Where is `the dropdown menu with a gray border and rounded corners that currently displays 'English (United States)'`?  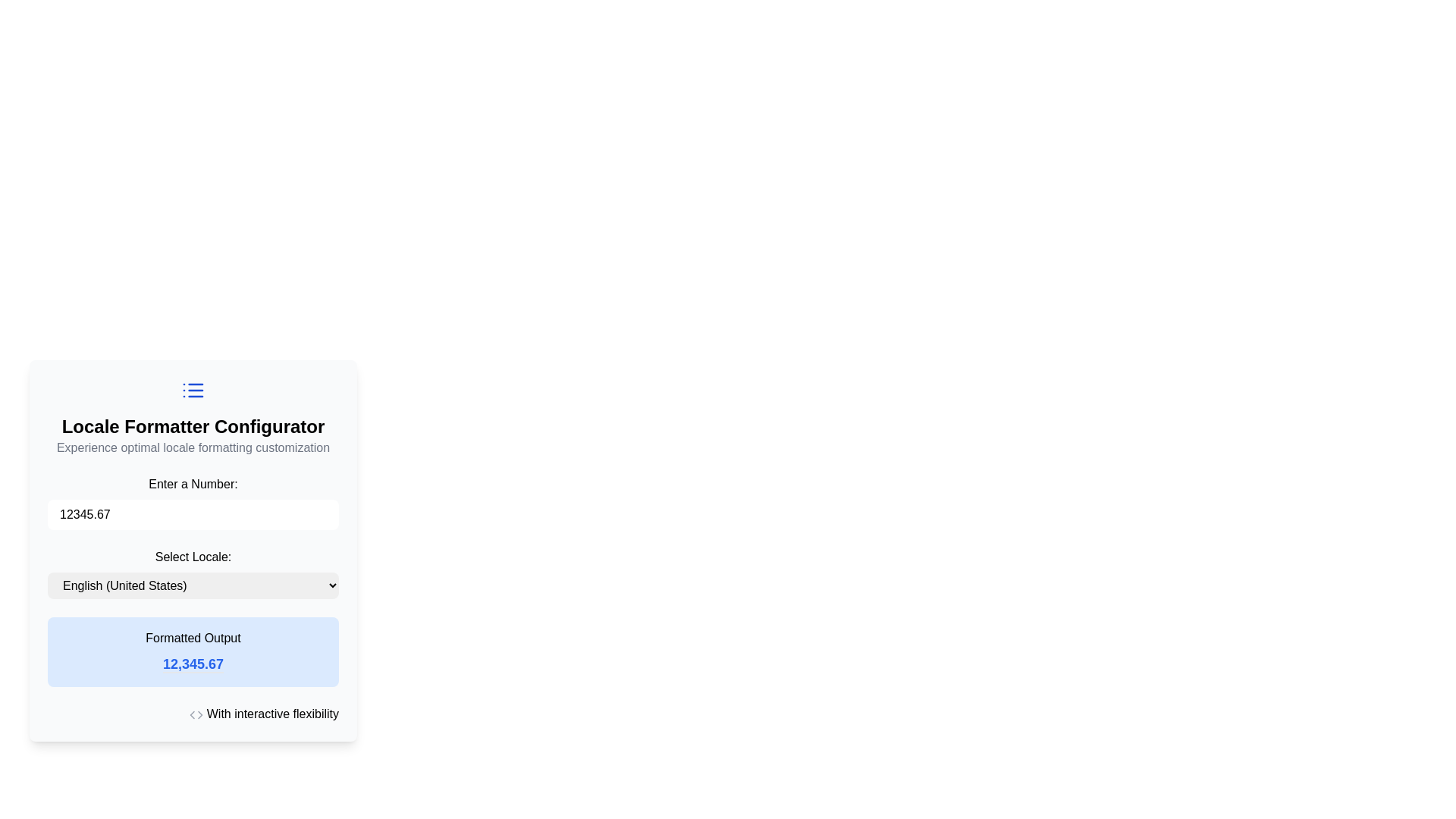
the dropdown menu with a gray border and rounded corners that currently displays 'English (United States)' is located at coordinates (192, 585).